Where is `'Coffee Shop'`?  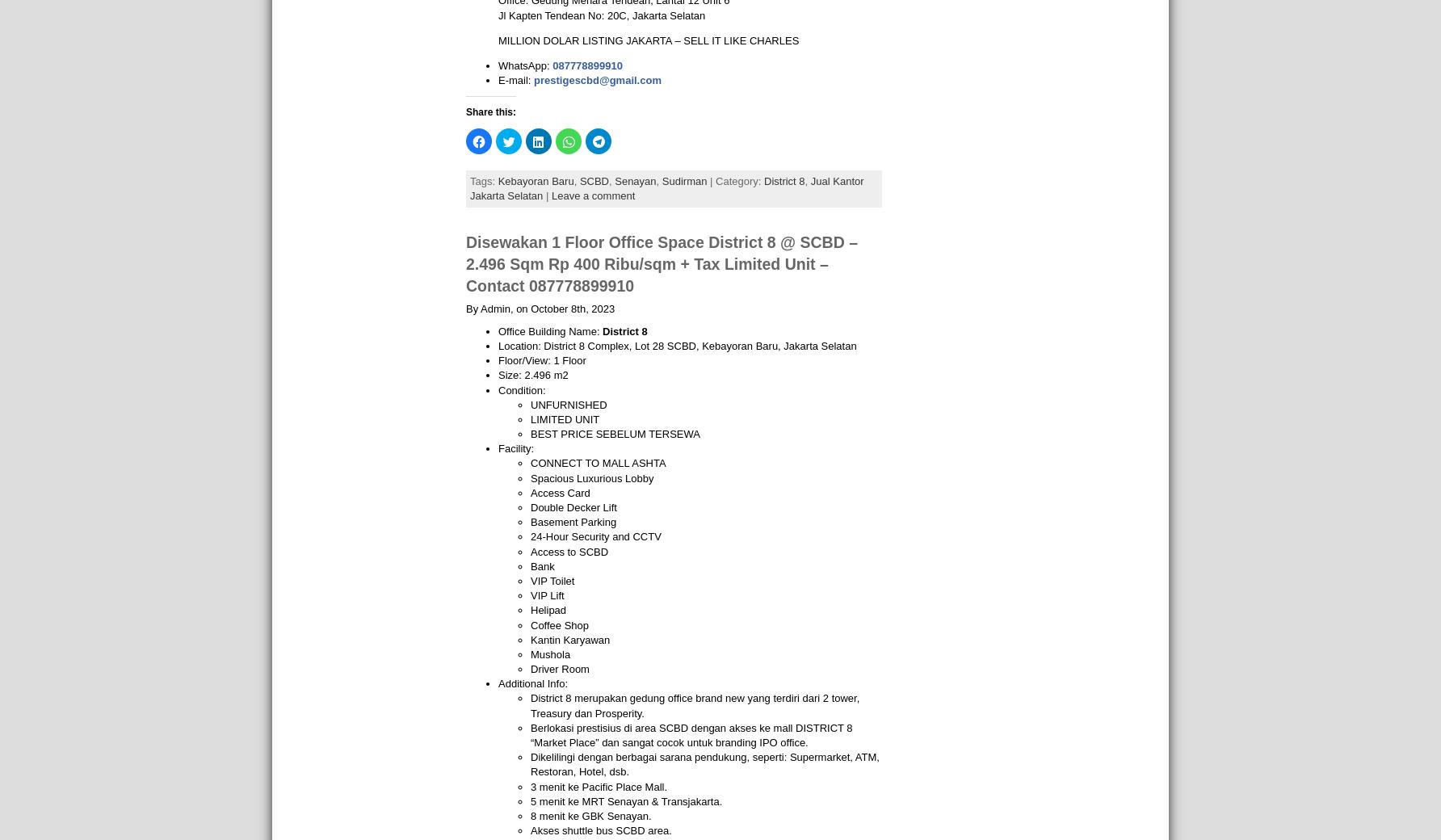
'Coffee Shop' is located at coordinates (560, 624).